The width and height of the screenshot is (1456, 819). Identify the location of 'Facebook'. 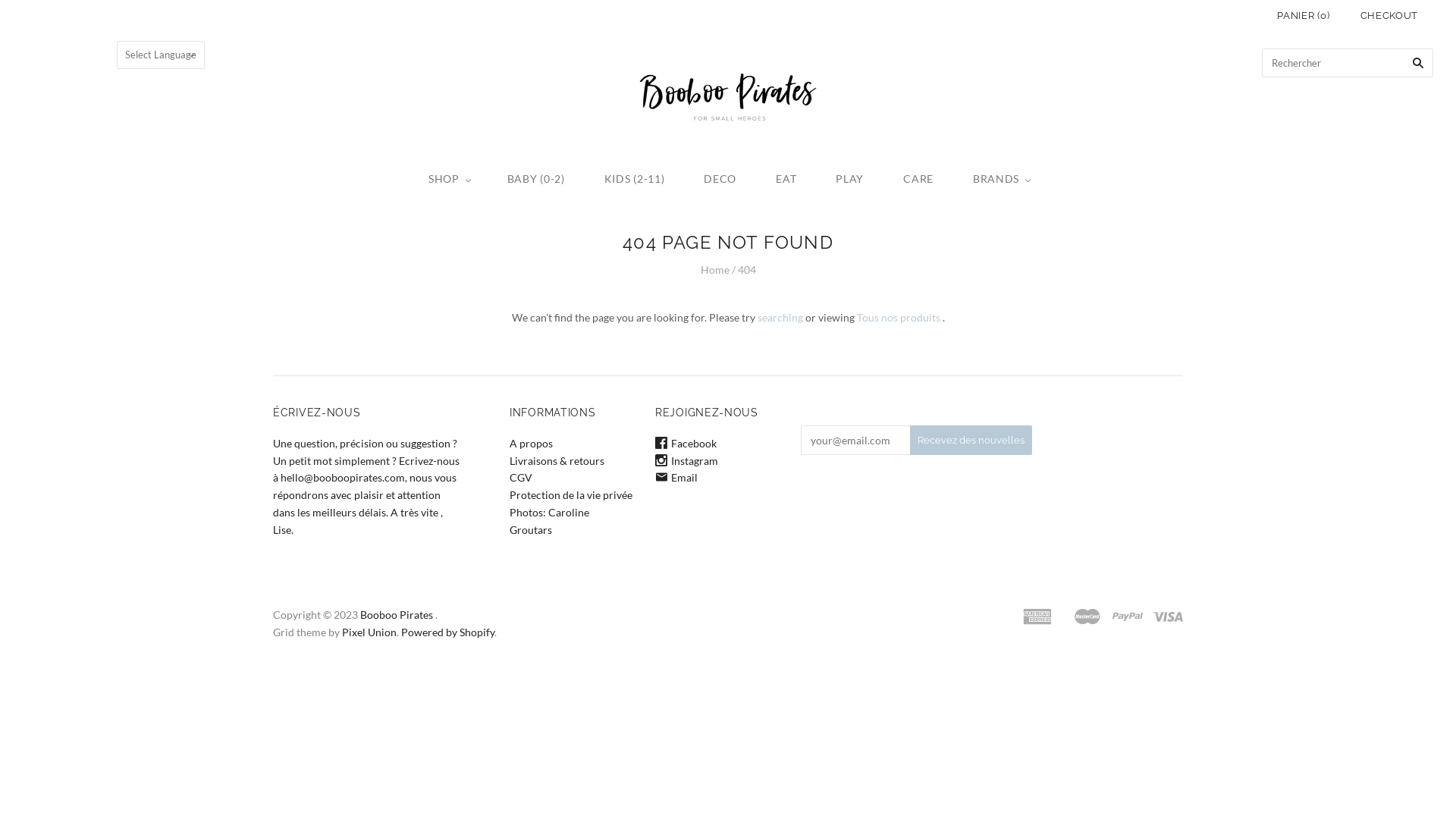
(685, 443).